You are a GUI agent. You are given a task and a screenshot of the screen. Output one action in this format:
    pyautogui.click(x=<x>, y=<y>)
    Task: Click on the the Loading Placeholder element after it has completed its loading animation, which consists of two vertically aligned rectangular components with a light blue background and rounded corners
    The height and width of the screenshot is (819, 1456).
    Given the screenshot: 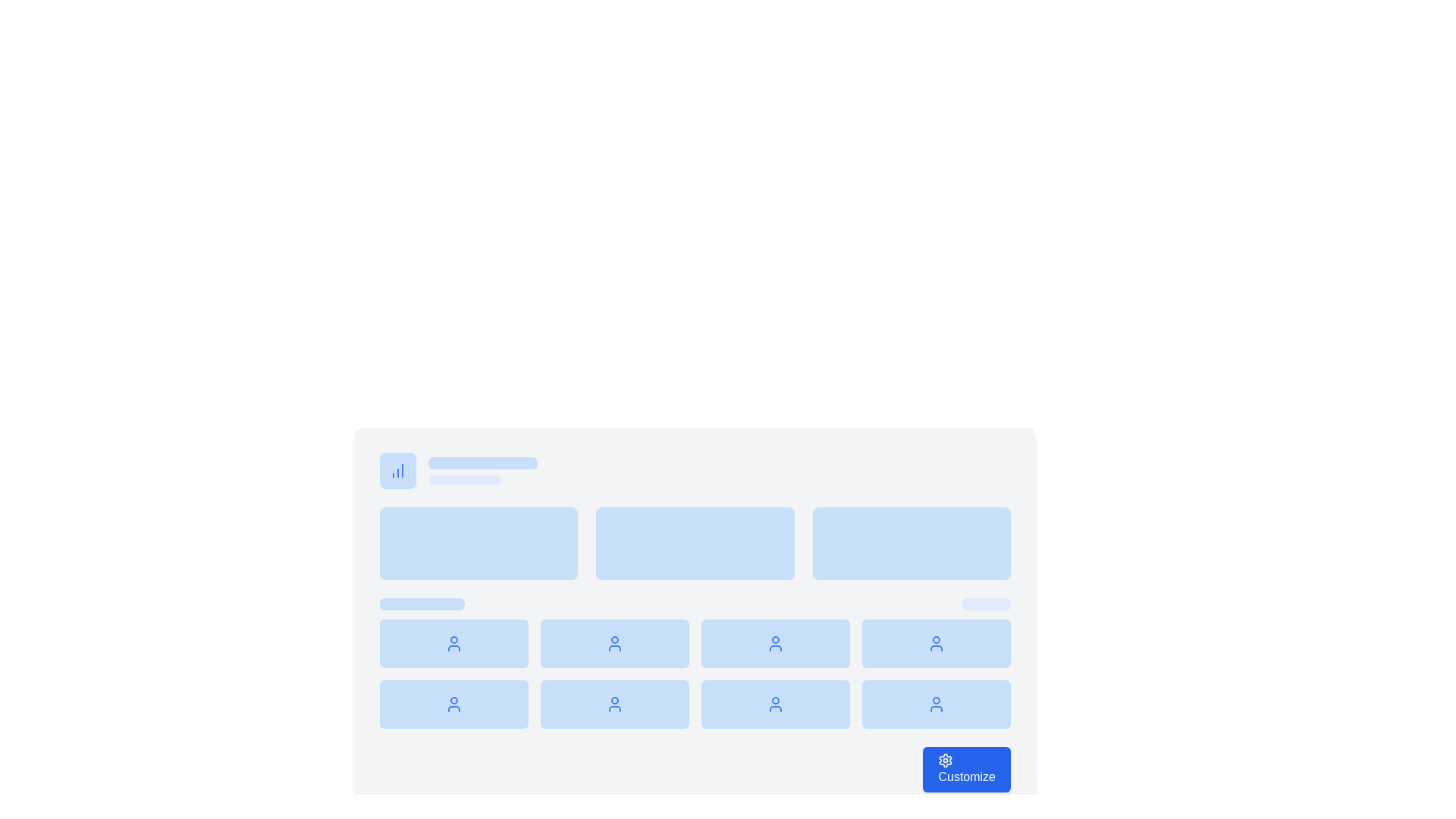 What is the action you would take?
    pyautogui.click(x=482, y=470)
    